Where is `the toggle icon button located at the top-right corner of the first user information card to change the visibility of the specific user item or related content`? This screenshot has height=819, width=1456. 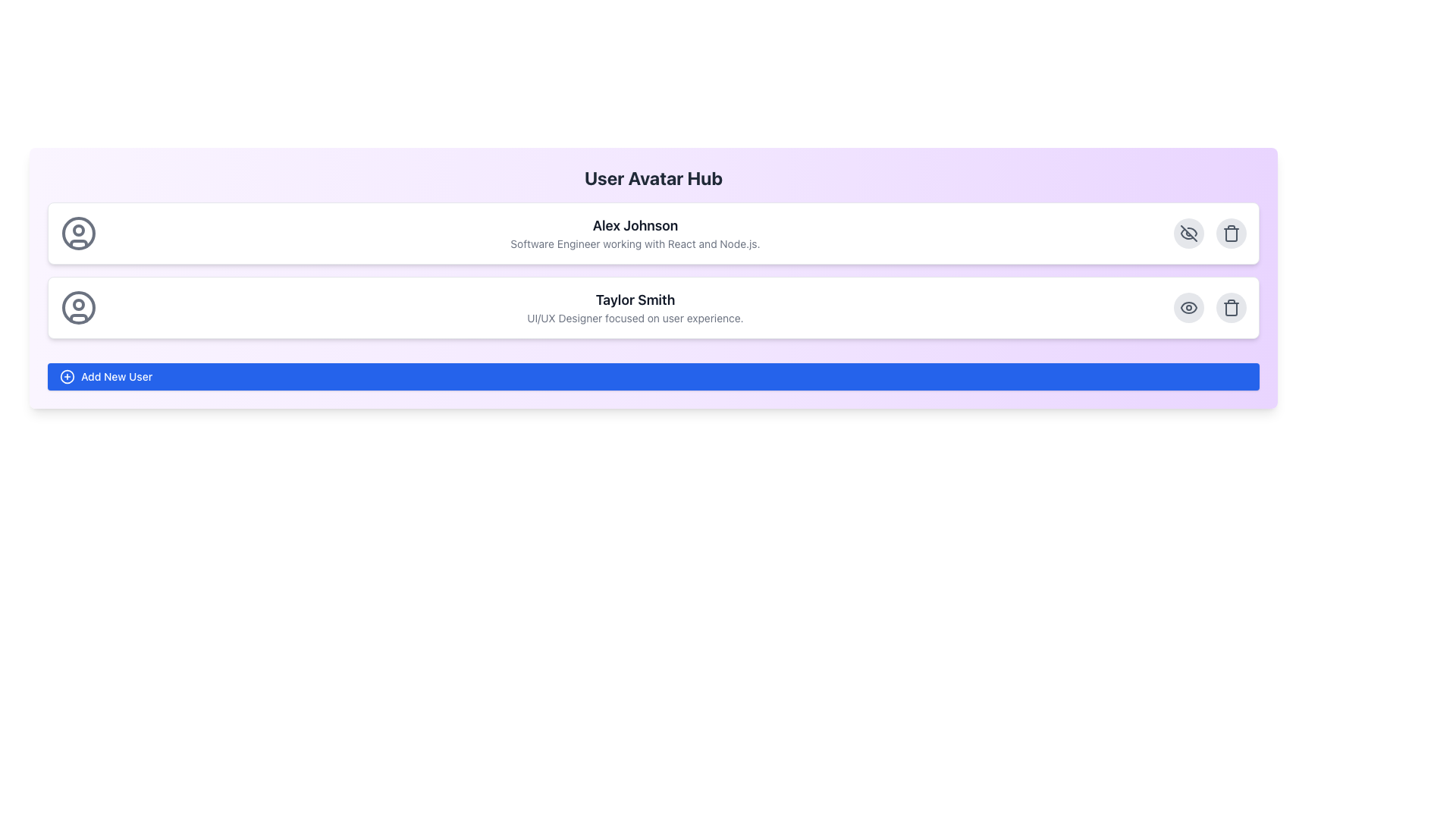 the toggle icon button located at the top-right corner of the first user information card to change the visibility of the specific user item or related content is located at coordinates (1188, 234).